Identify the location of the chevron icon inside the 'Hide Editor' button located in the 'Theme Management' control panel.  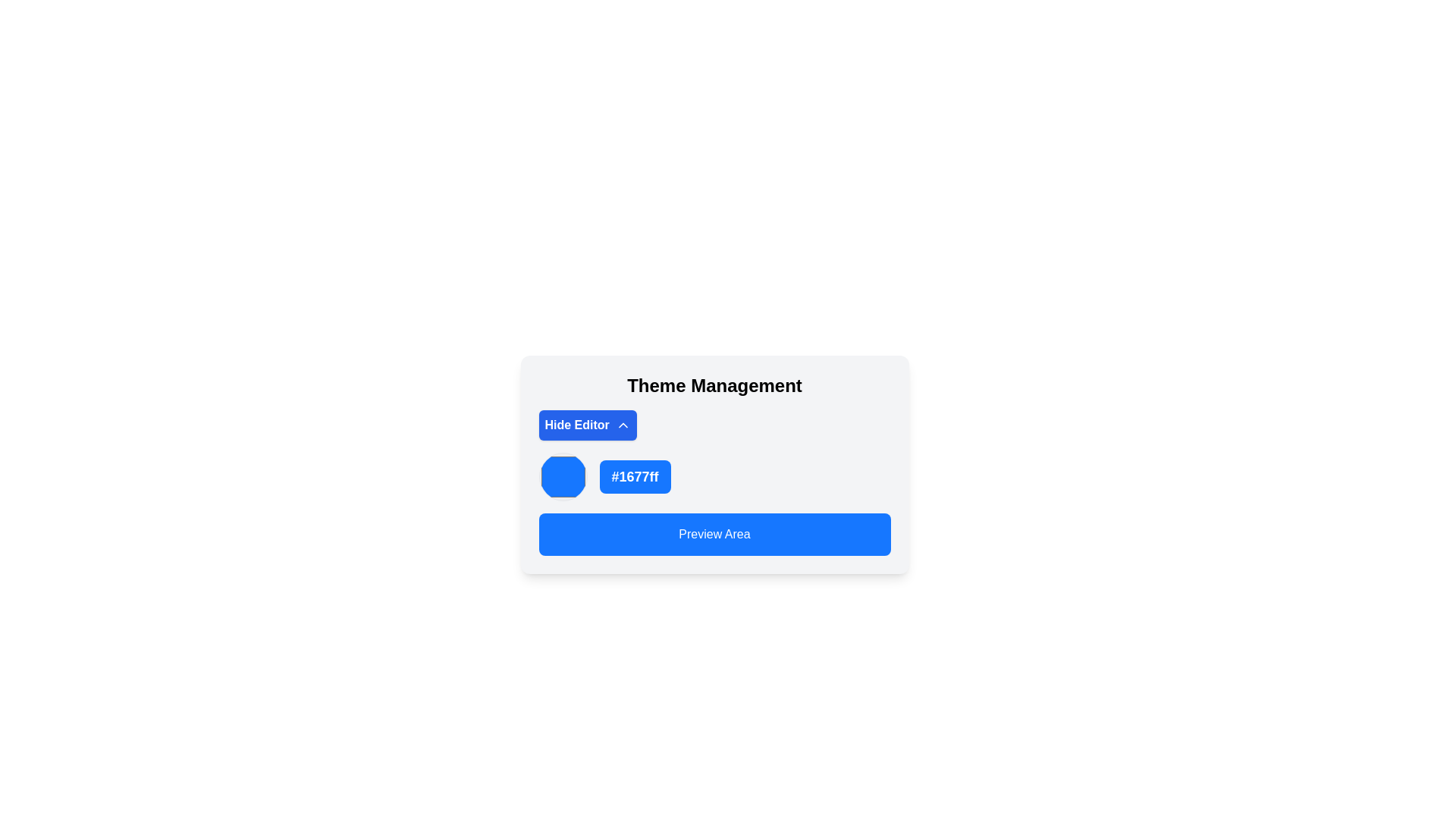
(623, 425).